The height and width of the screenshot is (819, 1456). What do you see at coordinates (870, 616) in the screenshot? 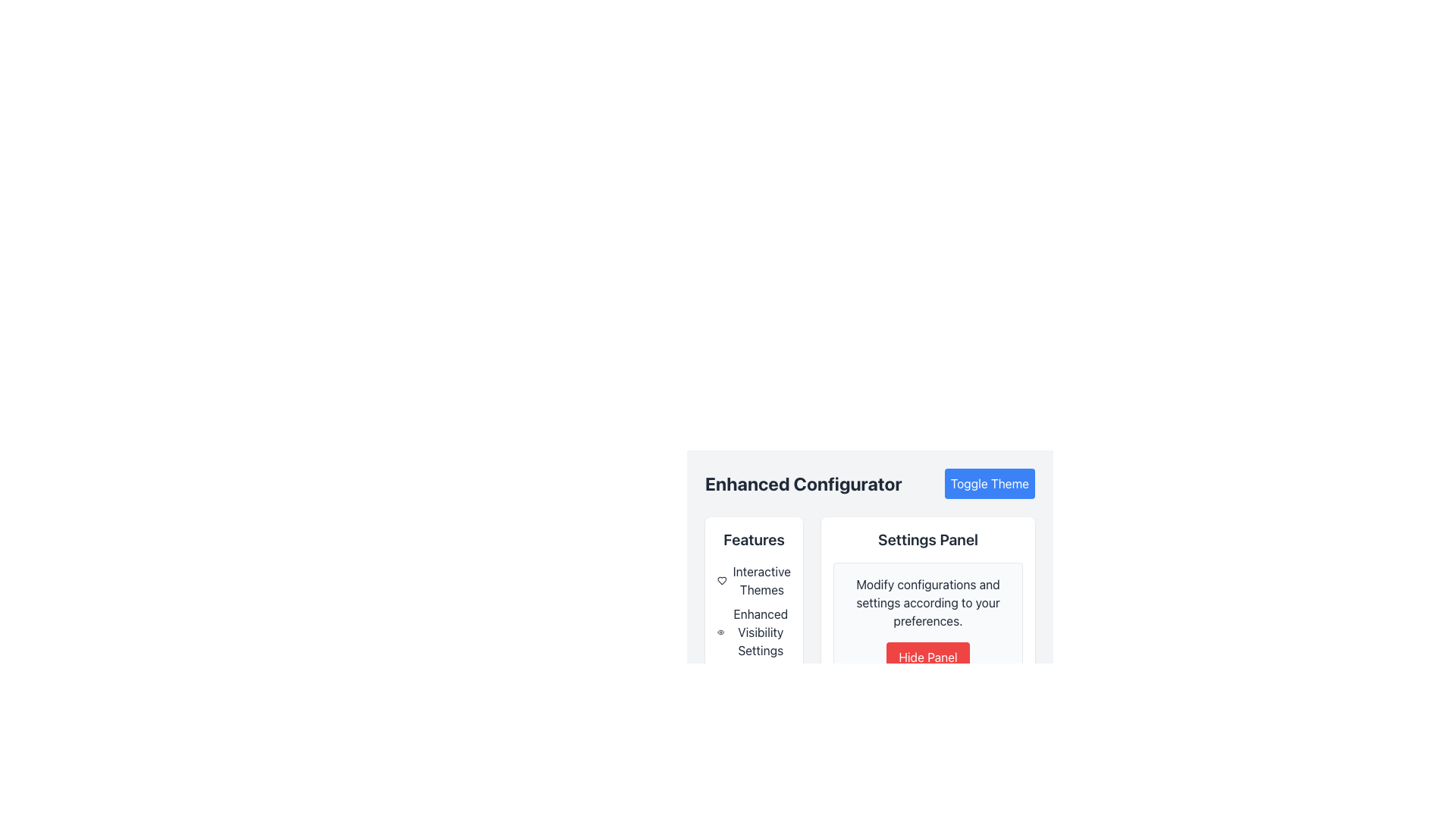
I see `the 'Hide Panel' button located at the bottom right of the 'Settings Panel' which has a modern card-like appearance and is part of the 'Enhanced Configurator' section` at bounding box center [870, 616].